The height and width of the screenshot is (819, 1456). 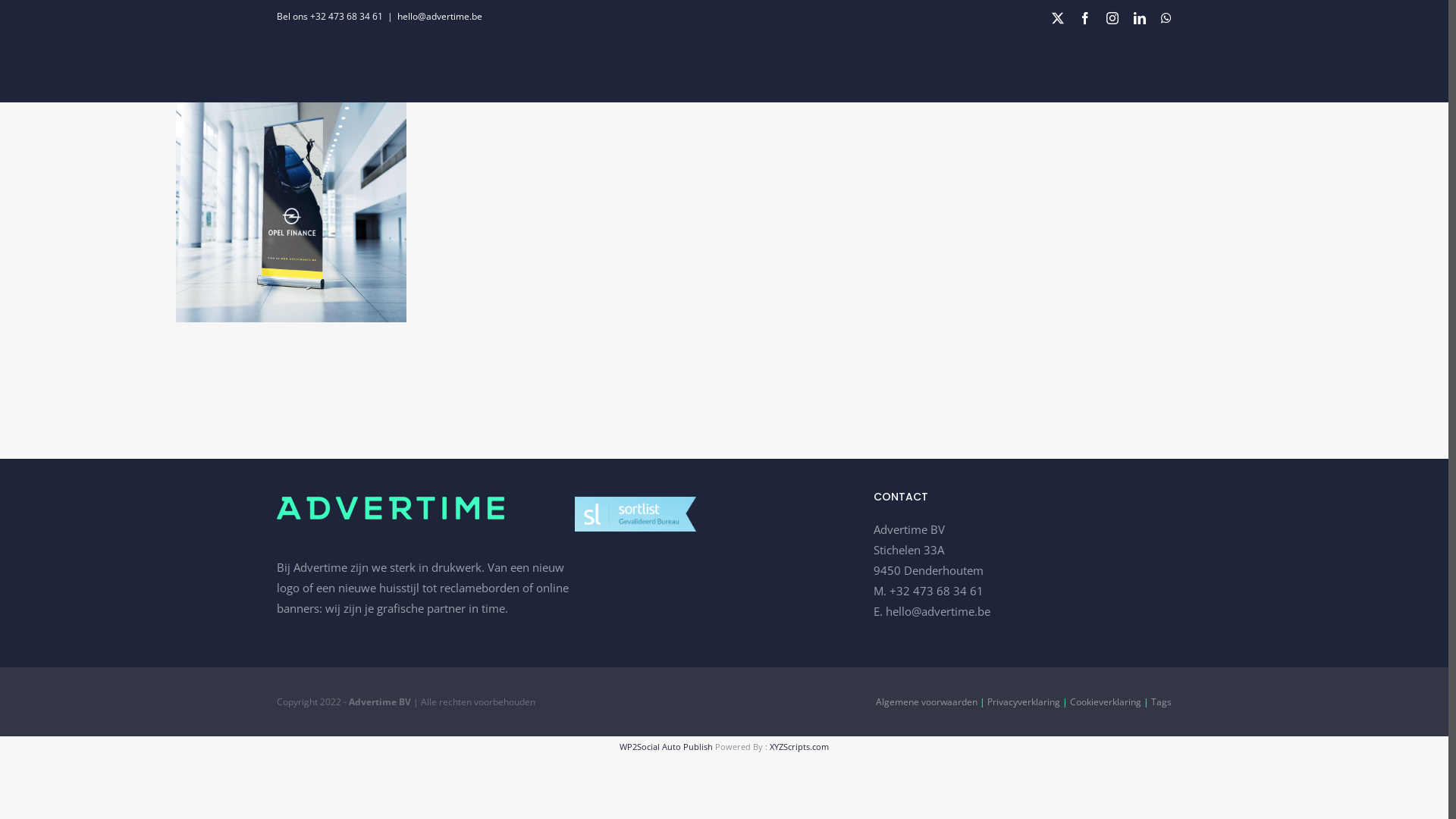 What do you see at coordinates (937, 610) in the screenshot?
I see `'hello@advertime.be'` at bounding box center [937, 610].